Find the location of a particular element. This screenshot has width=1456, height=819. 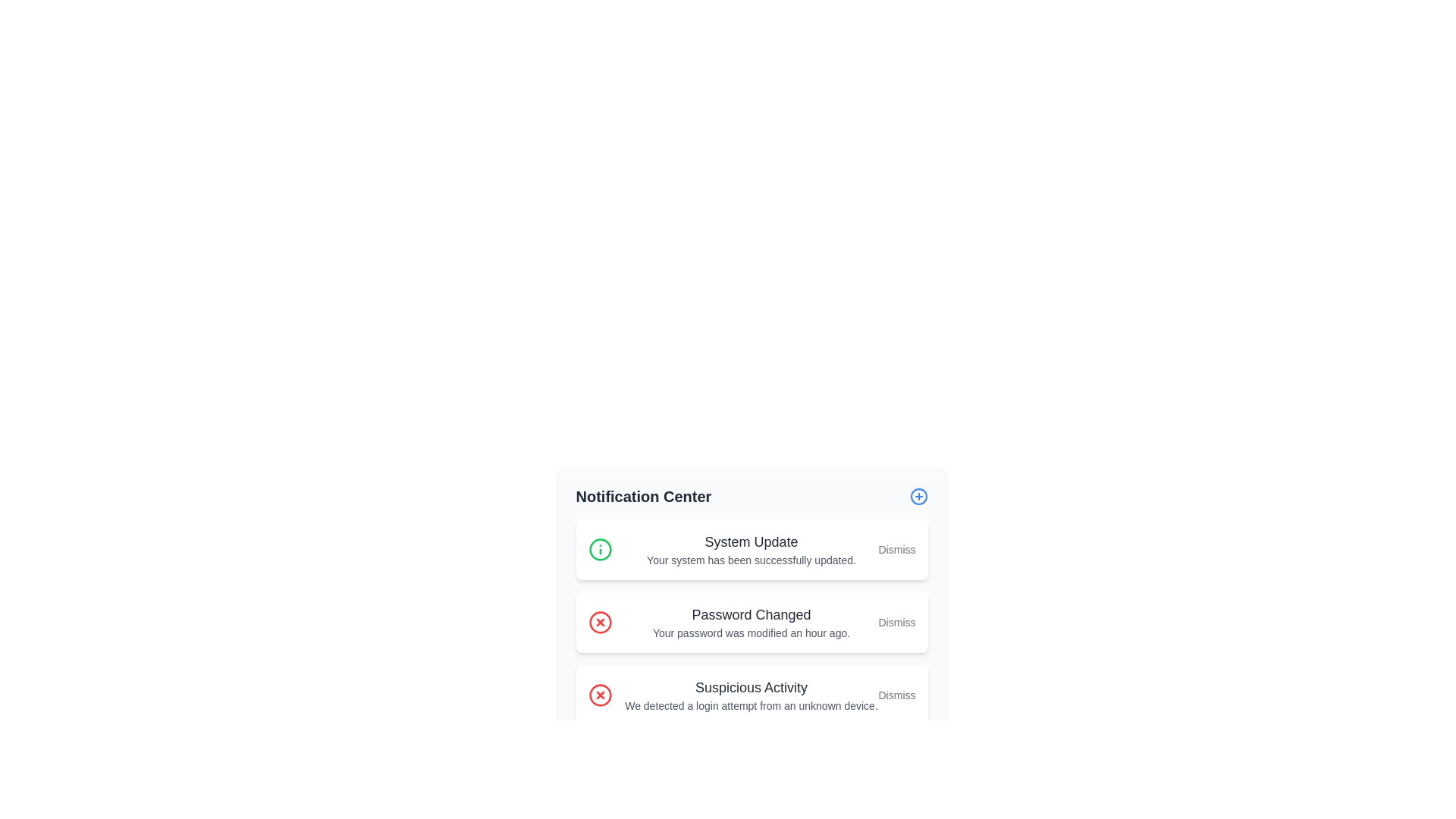

SVG Circle element that forms part of the close button for the 'Password Changed' notification by interacting with its center point is located at coordinates (599, 623).